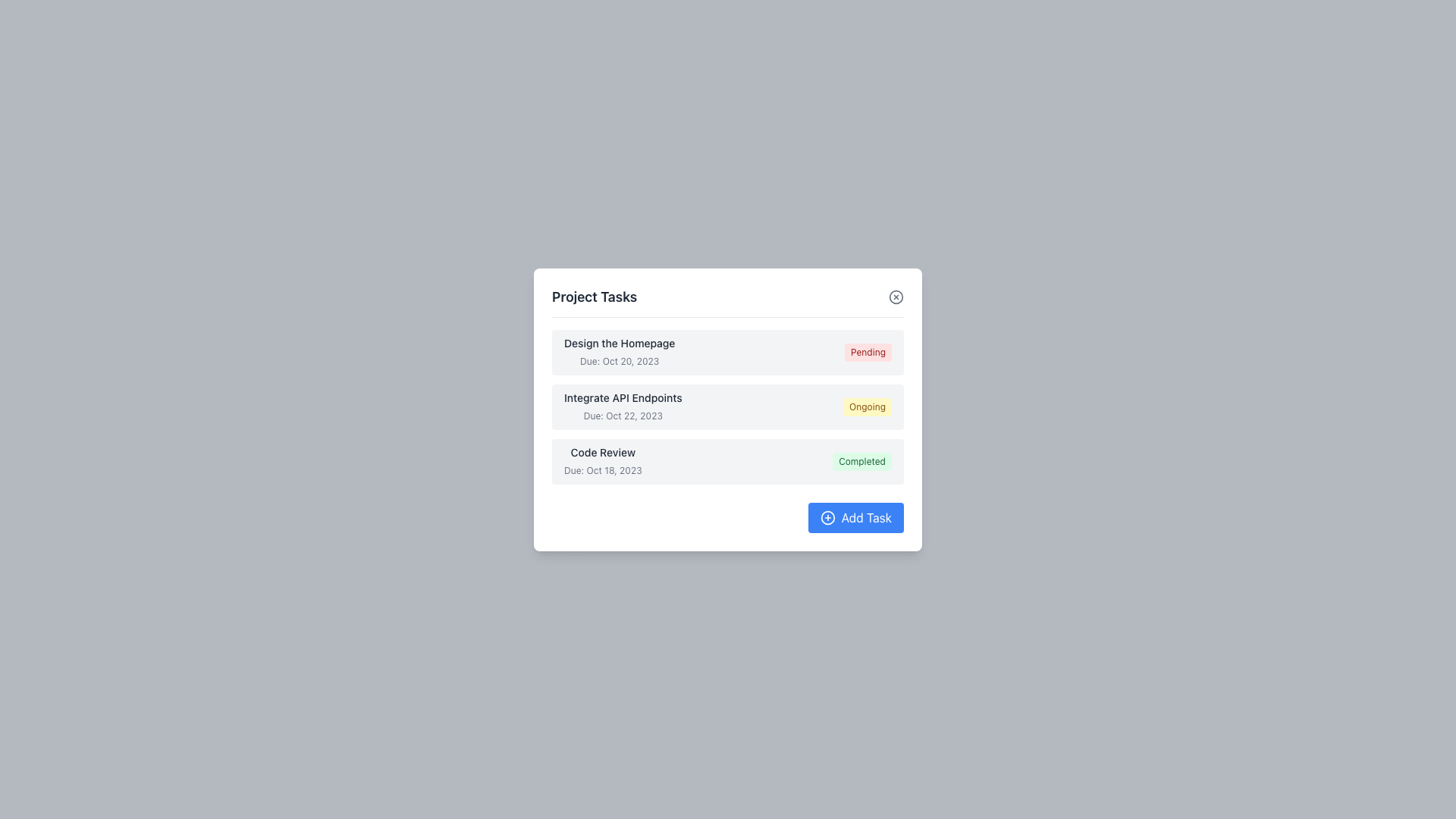 Image resolution: width=1456 pixels, height=819 pixels. Describe the element at coordinates (602, 469) in the screenshot. I see `the text label displaying 'Due: Oct 18, 2023', which is located below the bold text 'Code Review' within the task card in the 'Project Tasks' box` at that location.